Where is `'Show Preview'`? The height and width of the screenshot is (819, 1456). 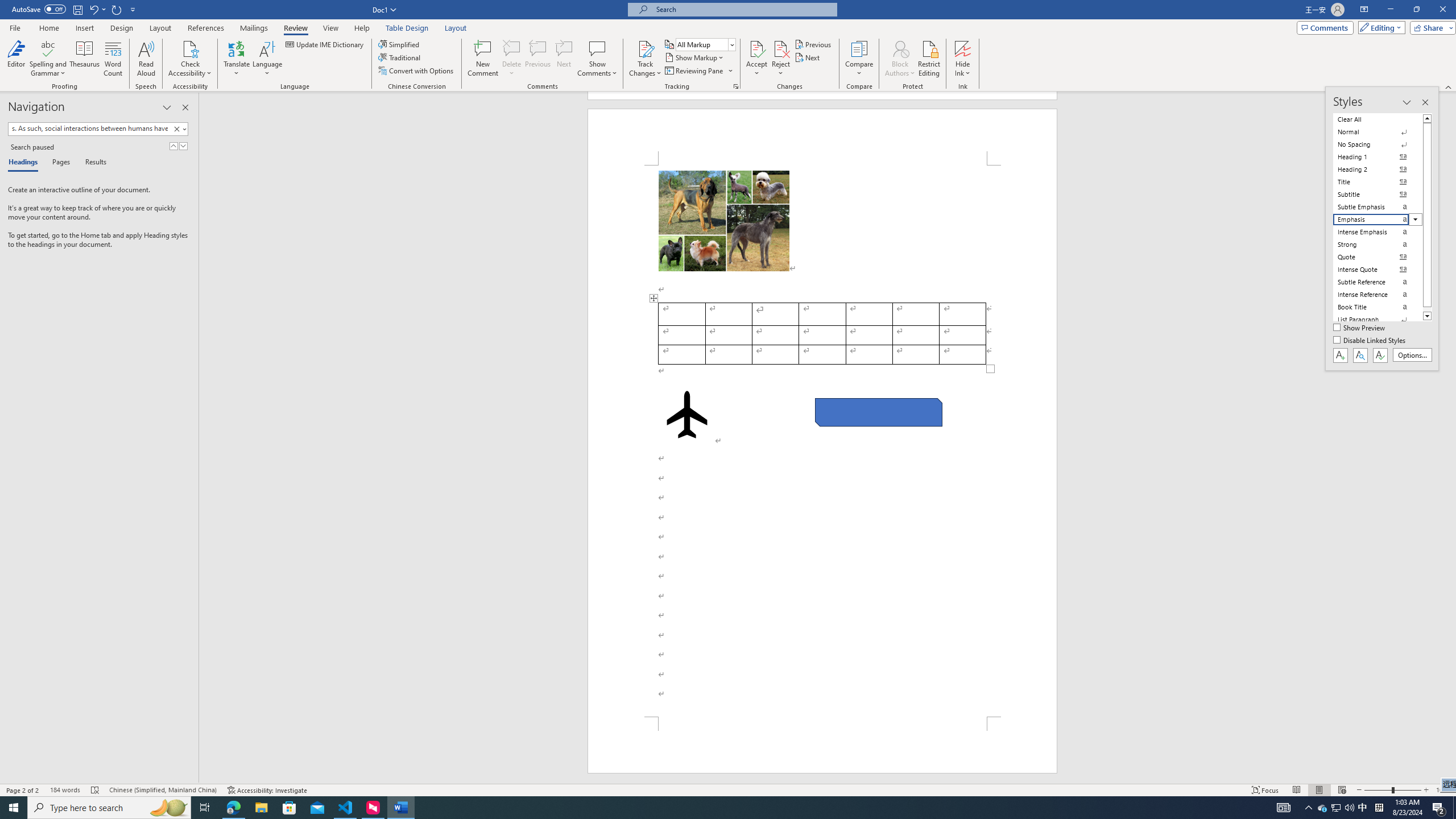
'Show Preview' is located at coordinates (1360, 328).